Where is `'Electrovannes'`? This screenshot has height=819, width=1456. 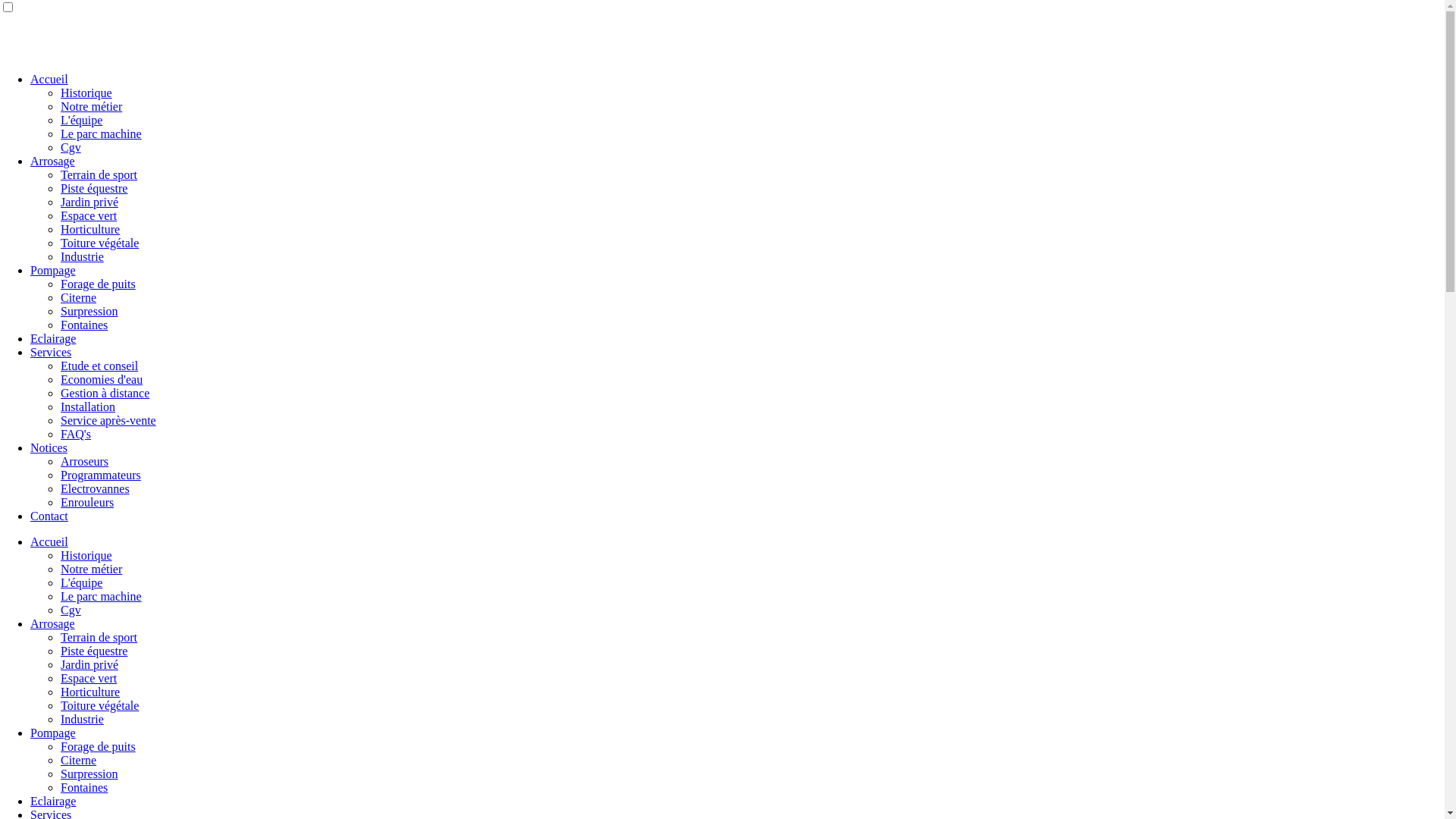 'Electrovannes' is located at coordinates (61, 488).